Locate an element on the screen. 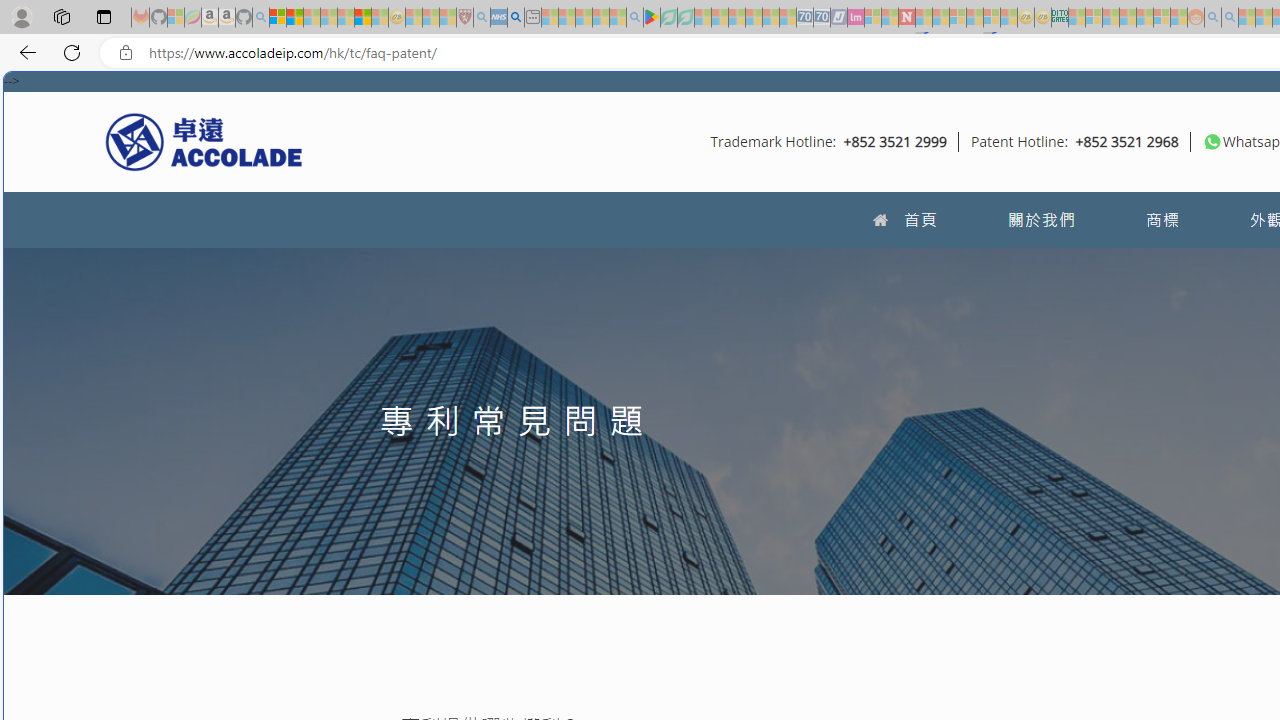  'Bluey: Let' is located at coordinates (652, 17).